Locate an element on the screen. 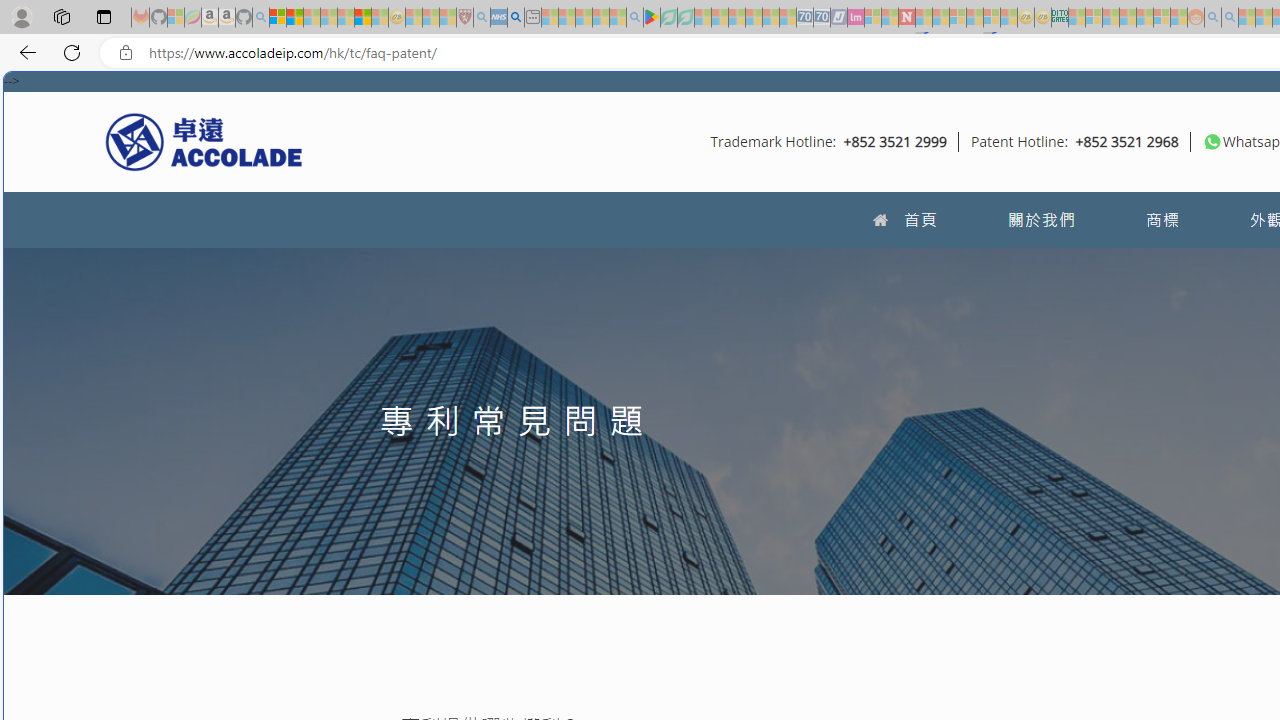  'Bluey: Let' is located at coordinates (652, 17).